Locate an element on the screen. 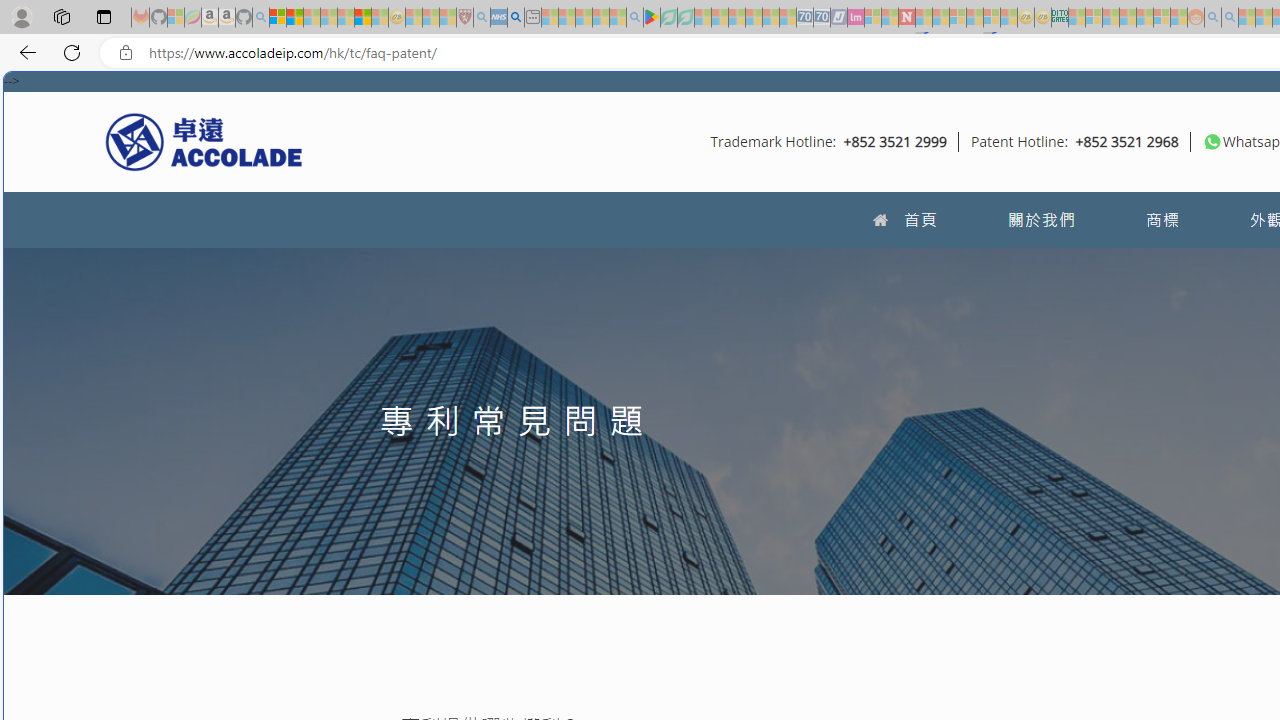  'Bluey: Let' is located at coordinates (652, 17).